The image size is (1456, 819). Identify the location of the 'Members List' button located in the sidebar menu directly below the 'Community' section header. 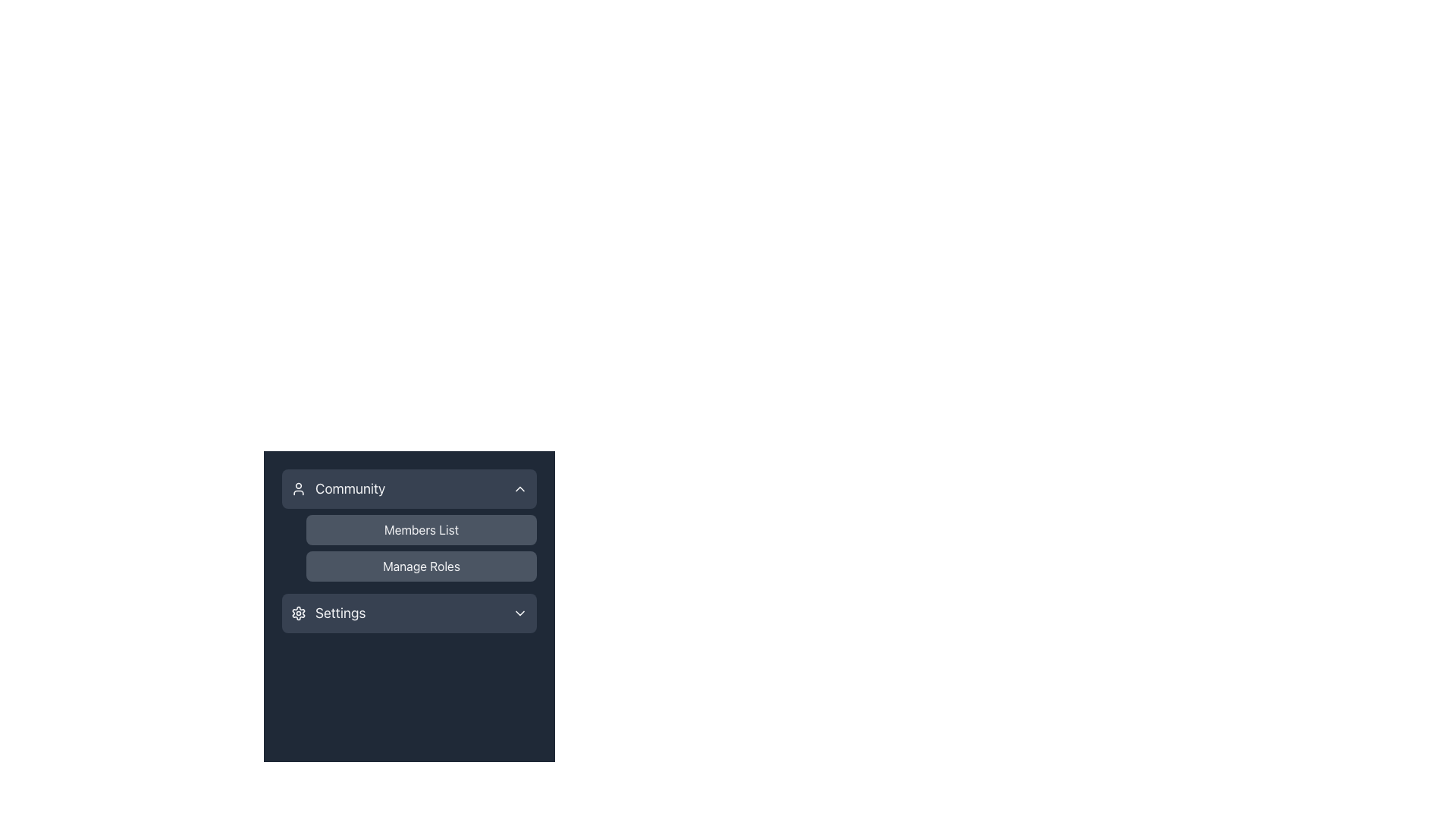
(422, 529).